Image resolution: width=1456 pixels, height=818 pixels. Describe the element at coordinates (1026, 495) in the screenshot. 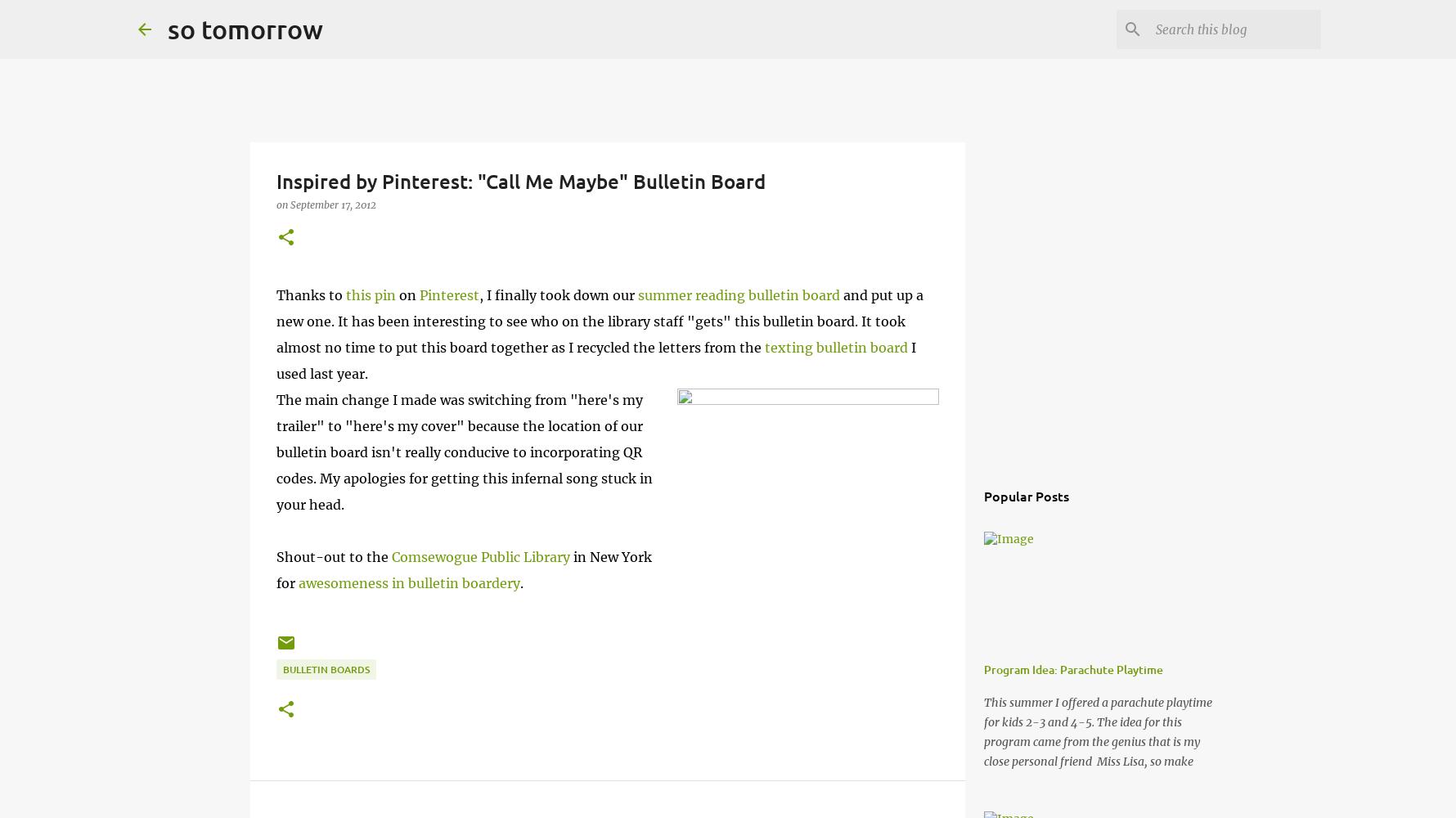

I see `'Popular Posts'` at that location.